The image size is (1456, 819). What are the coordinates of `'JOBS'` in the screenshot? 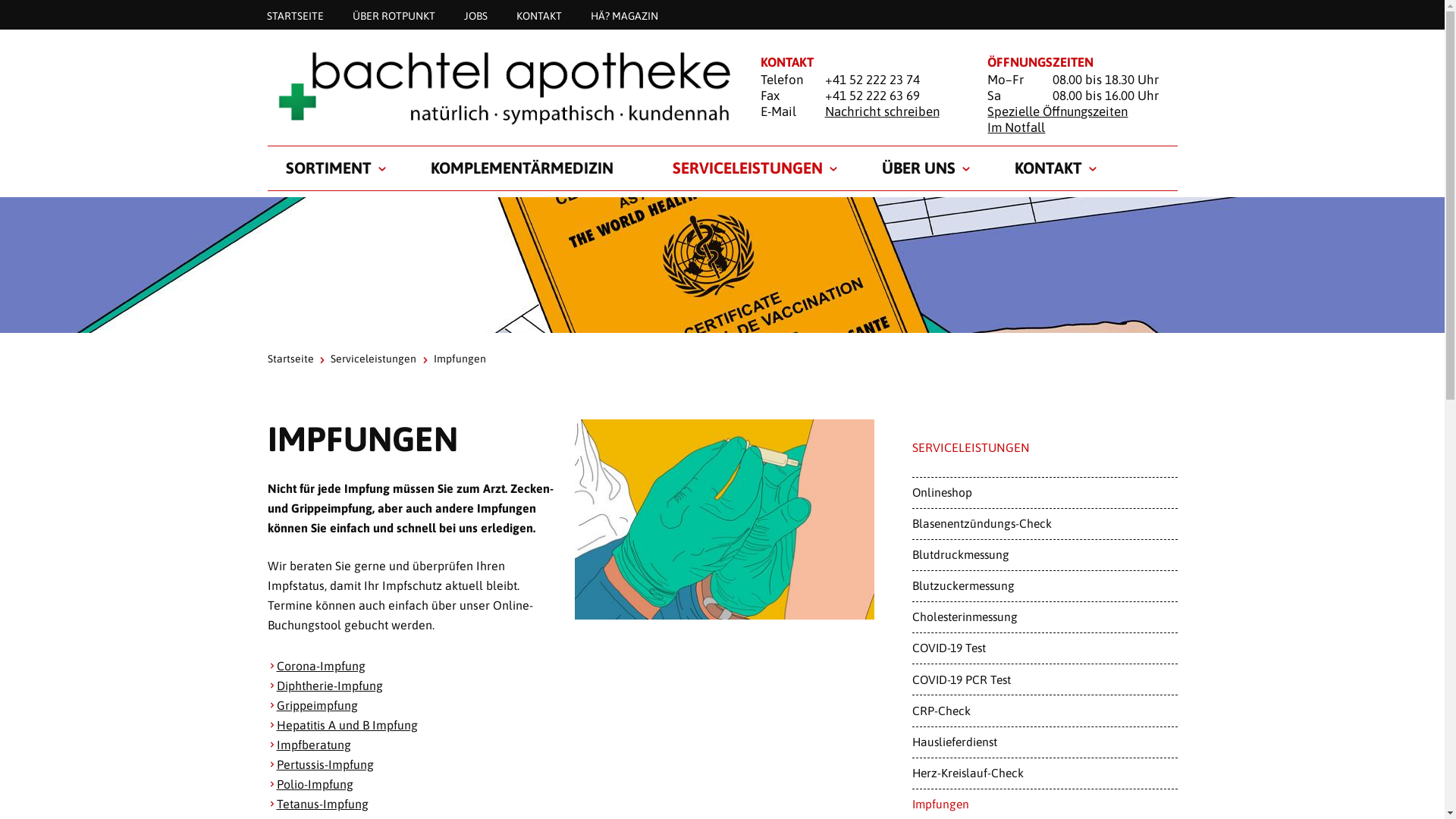 It's located at (474, 15).